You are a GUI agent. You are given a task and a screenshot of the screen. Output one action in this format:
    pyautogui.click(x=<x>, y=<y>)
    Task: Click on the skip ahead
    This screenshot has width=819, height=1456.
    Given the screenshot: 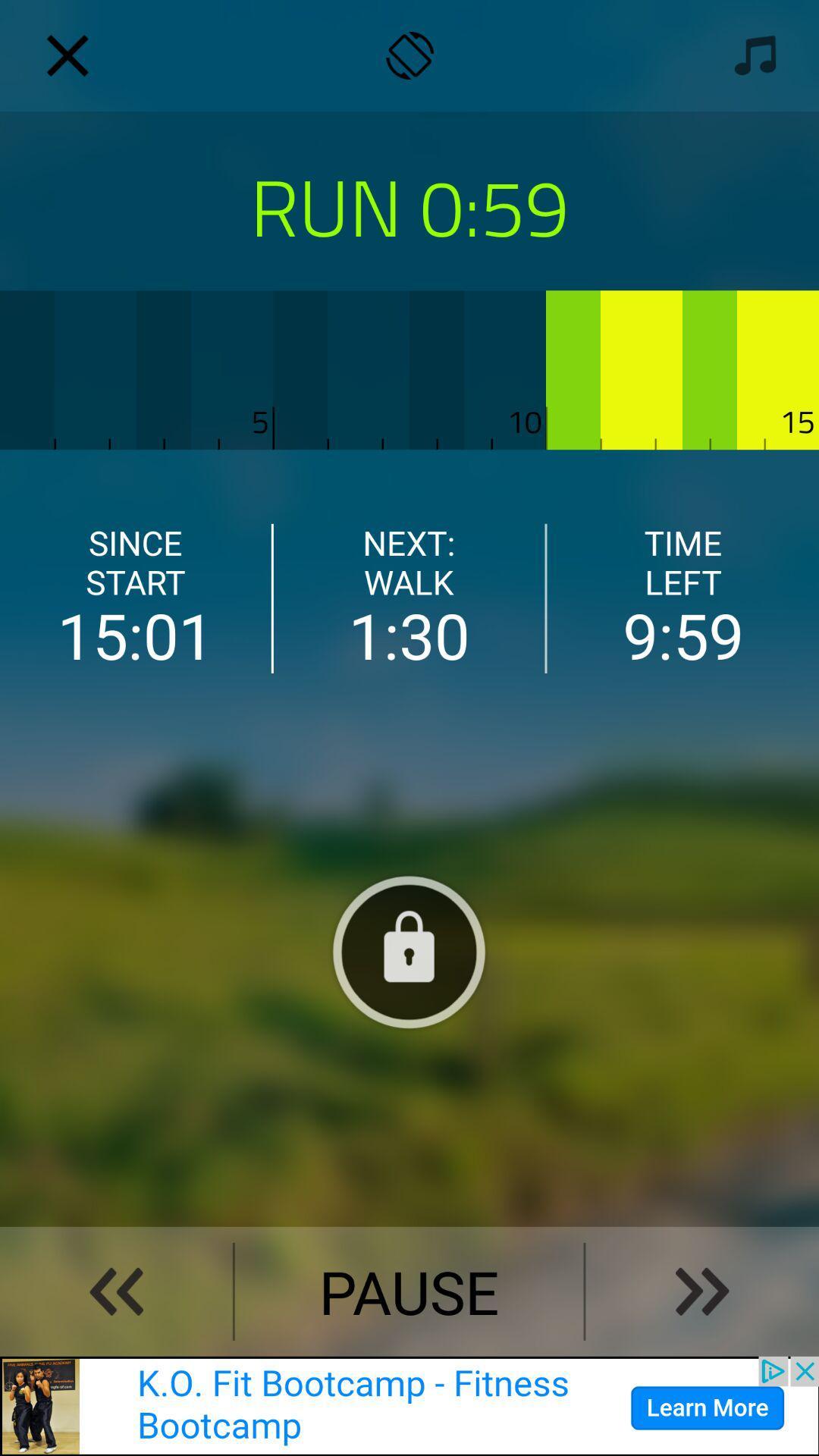 What is the action you would take?
    pyautogui.click(x=702, y=1291)
    